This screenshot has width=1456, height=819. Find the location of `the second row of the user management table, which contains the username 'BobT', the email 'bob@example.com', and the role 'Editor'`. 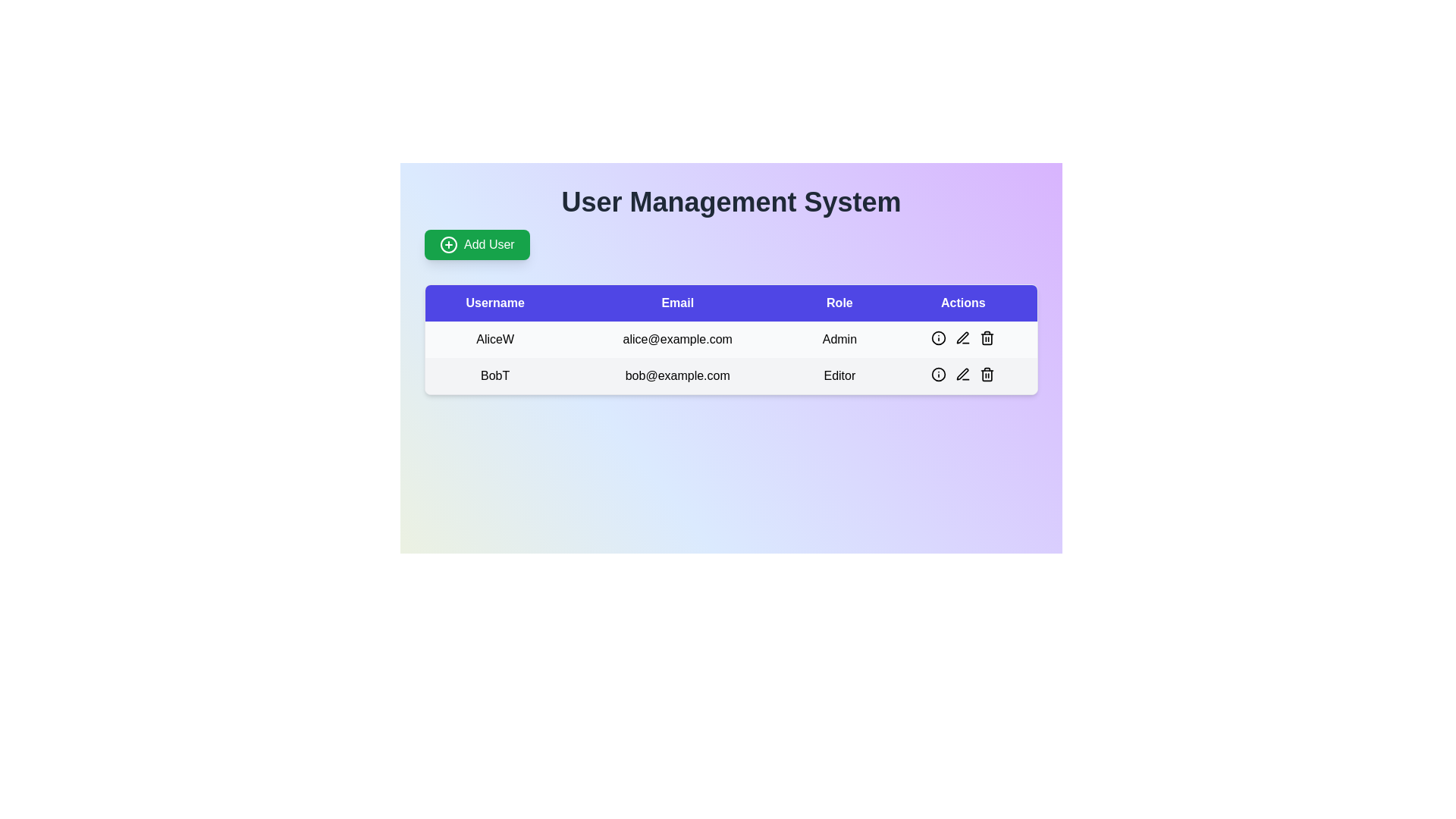

the second row of the user management table, which contains the username 'BobT', the email 'bob@example.com', and the role 'Editor' is located at coordinates (731, 375).